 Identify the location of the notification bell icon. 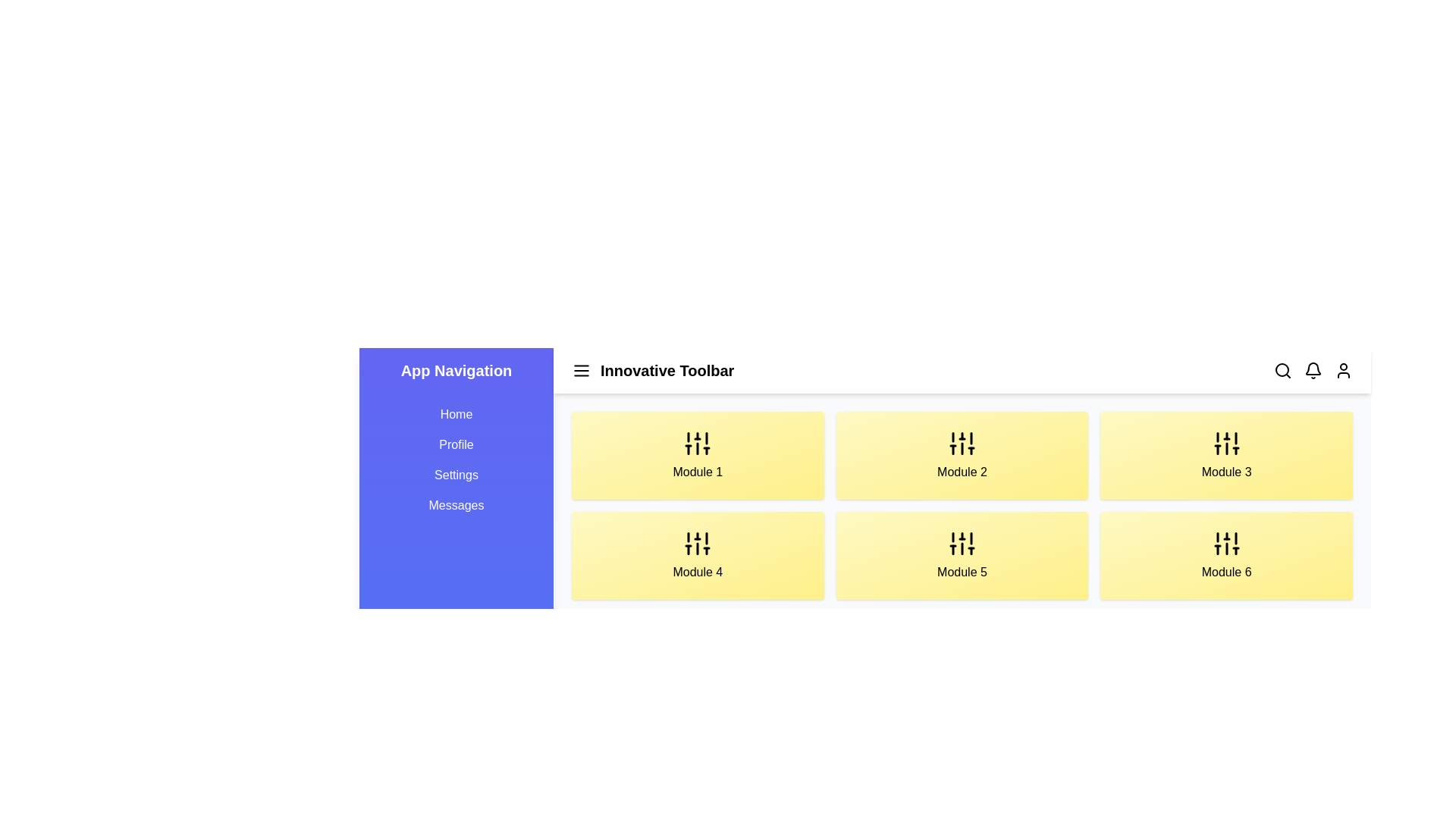
(1313, 371).